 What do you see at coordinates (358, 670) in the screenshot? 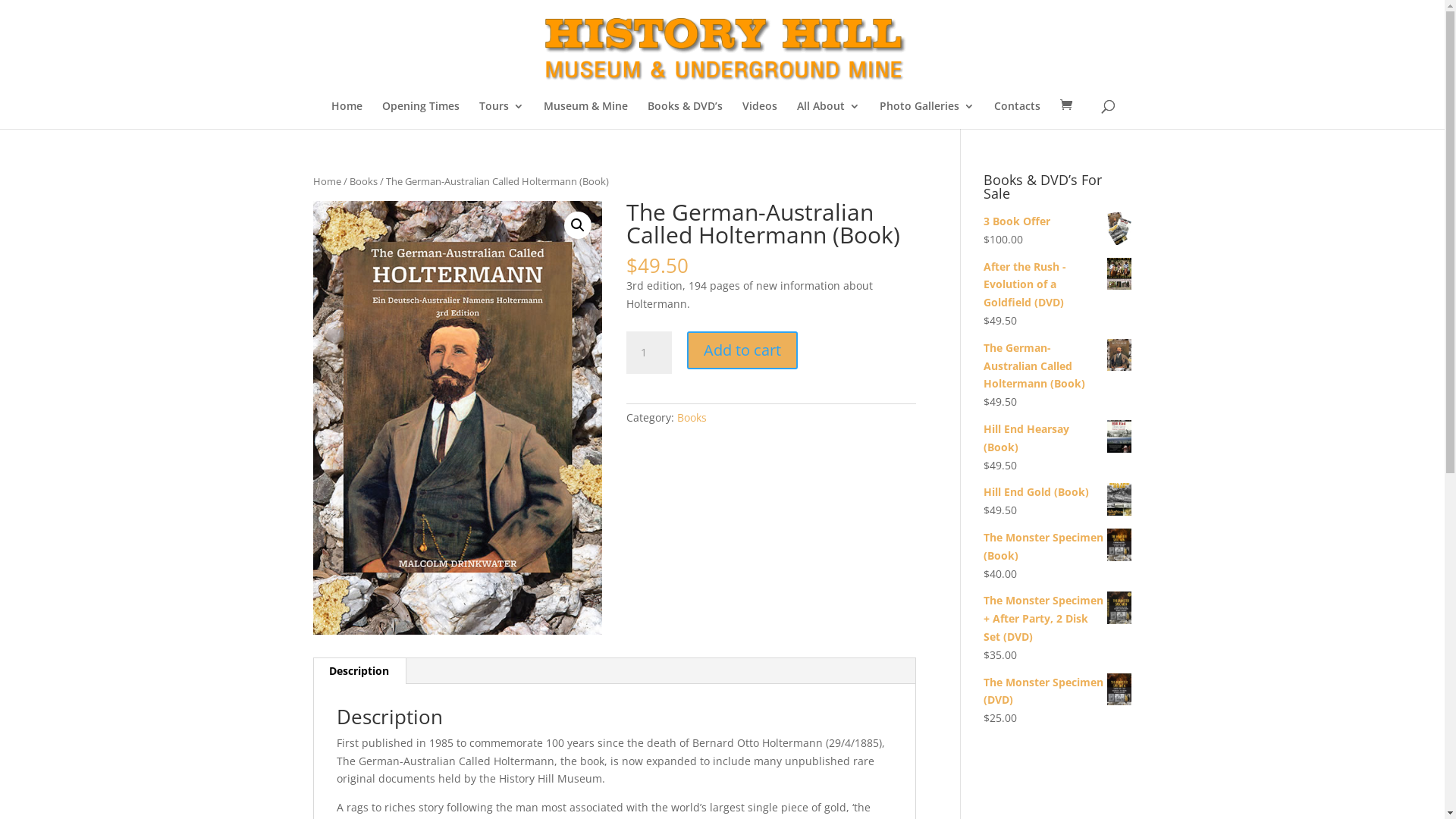
I see `'Description'` at bounding box center [358, 670].